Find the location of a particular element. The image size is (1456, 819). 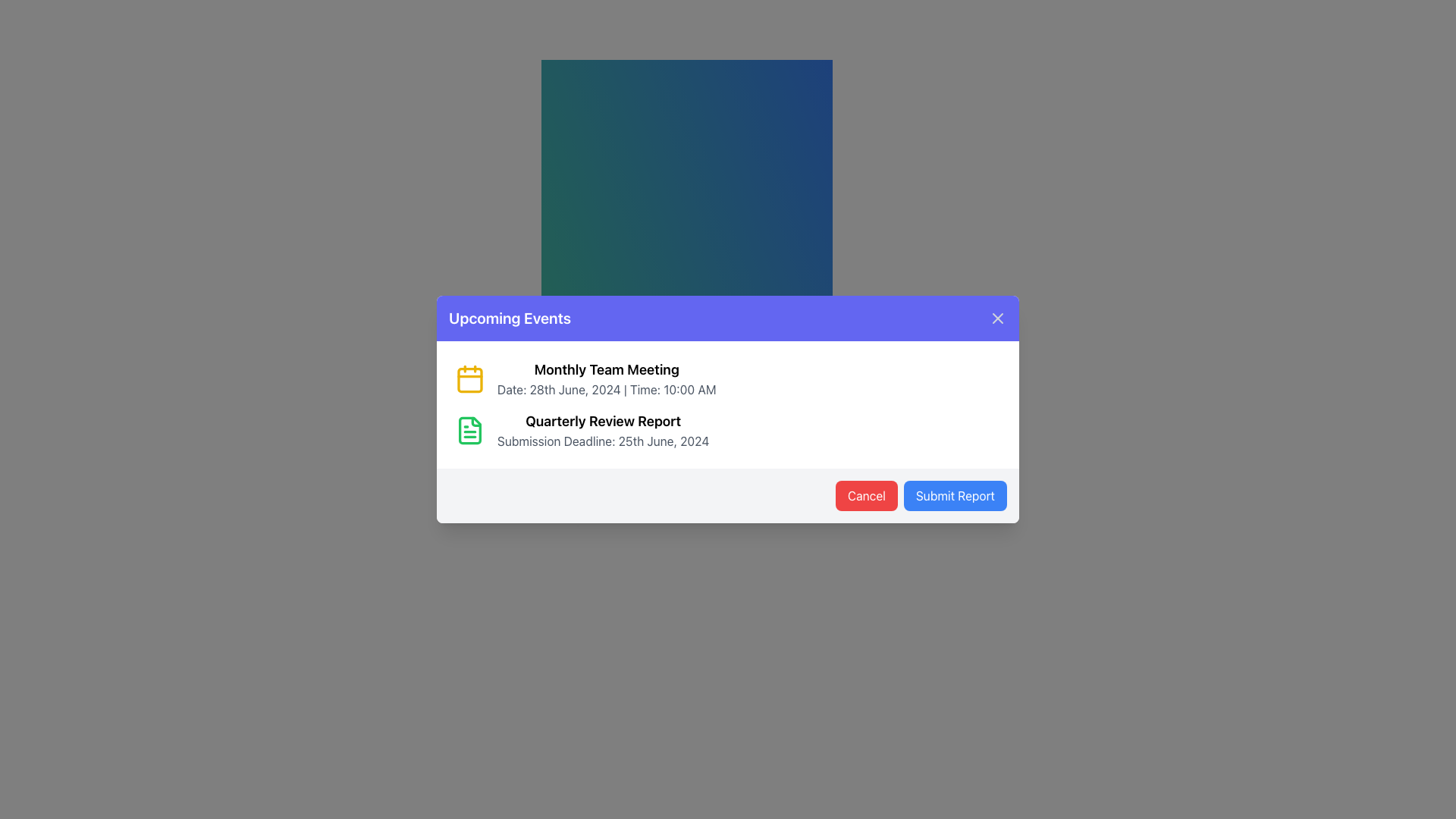

the 'Upcoming Events' text label, which is a bold white font on a blue background, located at the top-left corner of its section is located at coordinates (510, 318).